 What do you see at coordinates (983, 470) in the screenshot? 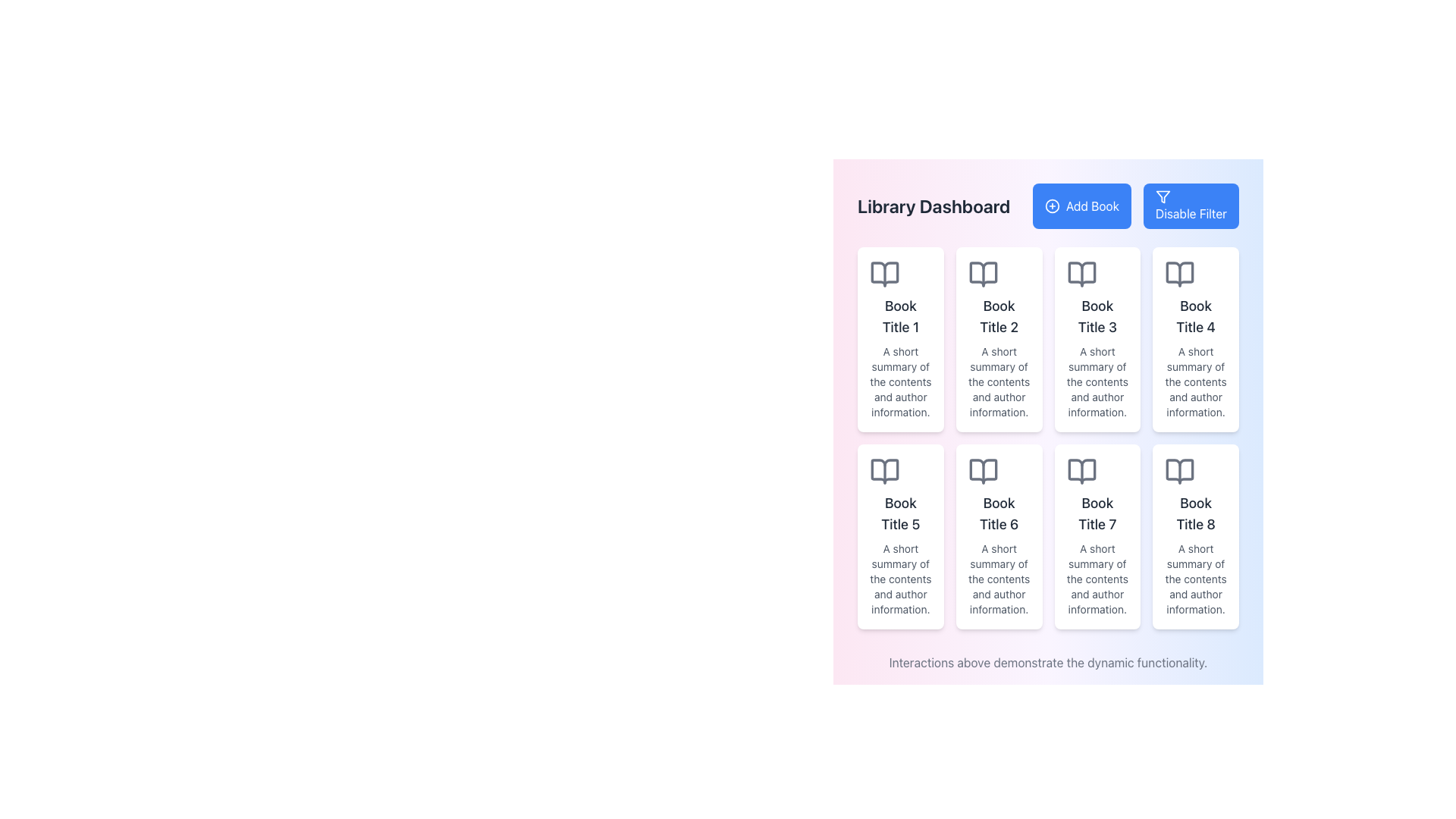
I see `the open book icon located in the header section of the card labeled 'Book Title 6' in the library dashboard` at bounding box center [983, 470].